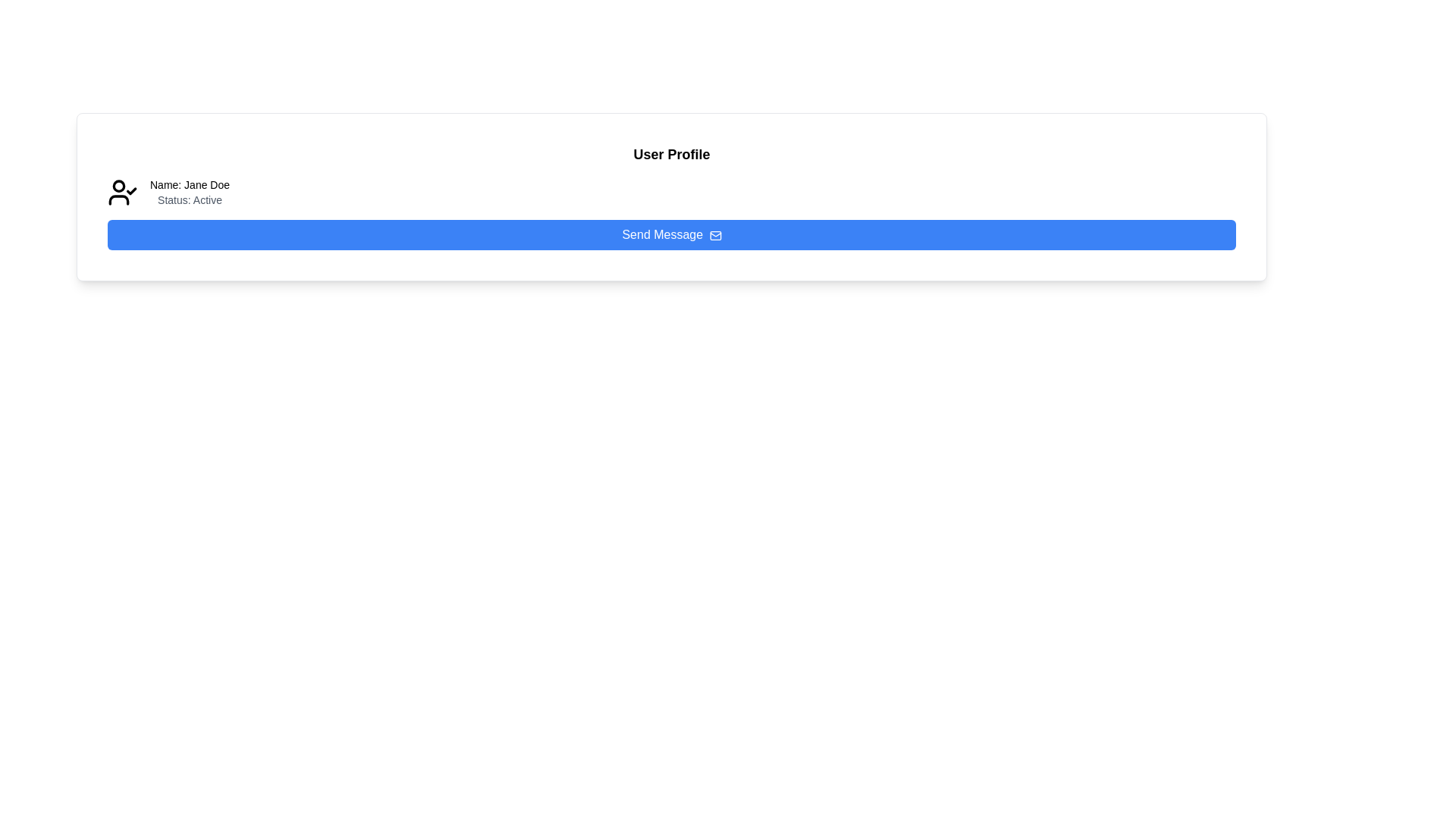  What do you see at coordinates (118, 199) in the screenshot?
I see `the decorative vector shape that forms the torso part of the user profile icon, located beneath the head of the icon` at bounding box center [118, 199].